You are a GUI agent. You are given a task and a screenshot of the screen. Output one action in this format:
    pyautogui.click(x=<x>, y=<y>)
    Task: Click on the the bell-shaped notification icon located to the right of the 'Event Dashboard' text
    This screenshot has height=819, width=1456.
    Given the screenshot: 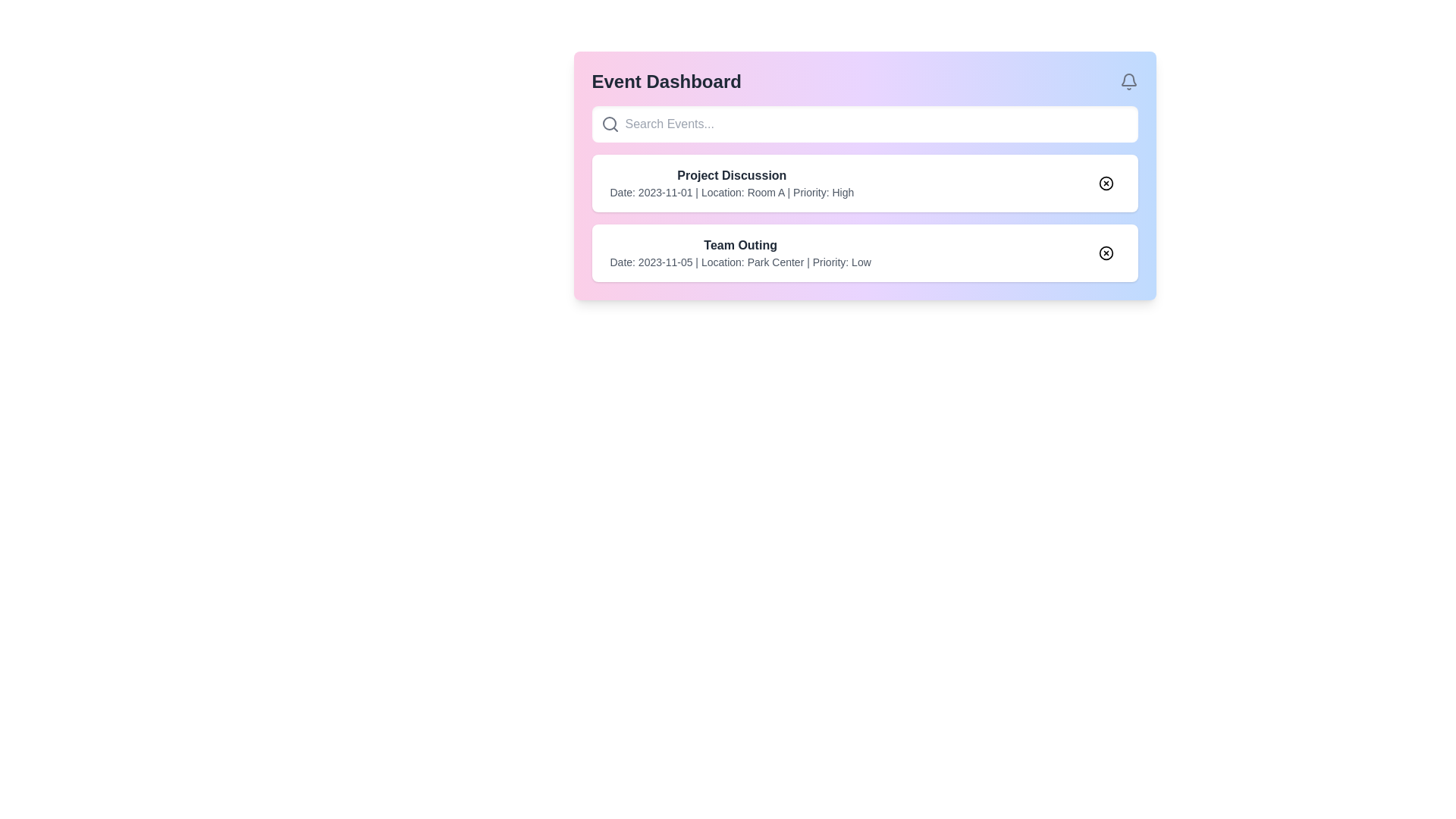 What is the action you would take?
    pyautogui.click(x=1128, y=82)
    